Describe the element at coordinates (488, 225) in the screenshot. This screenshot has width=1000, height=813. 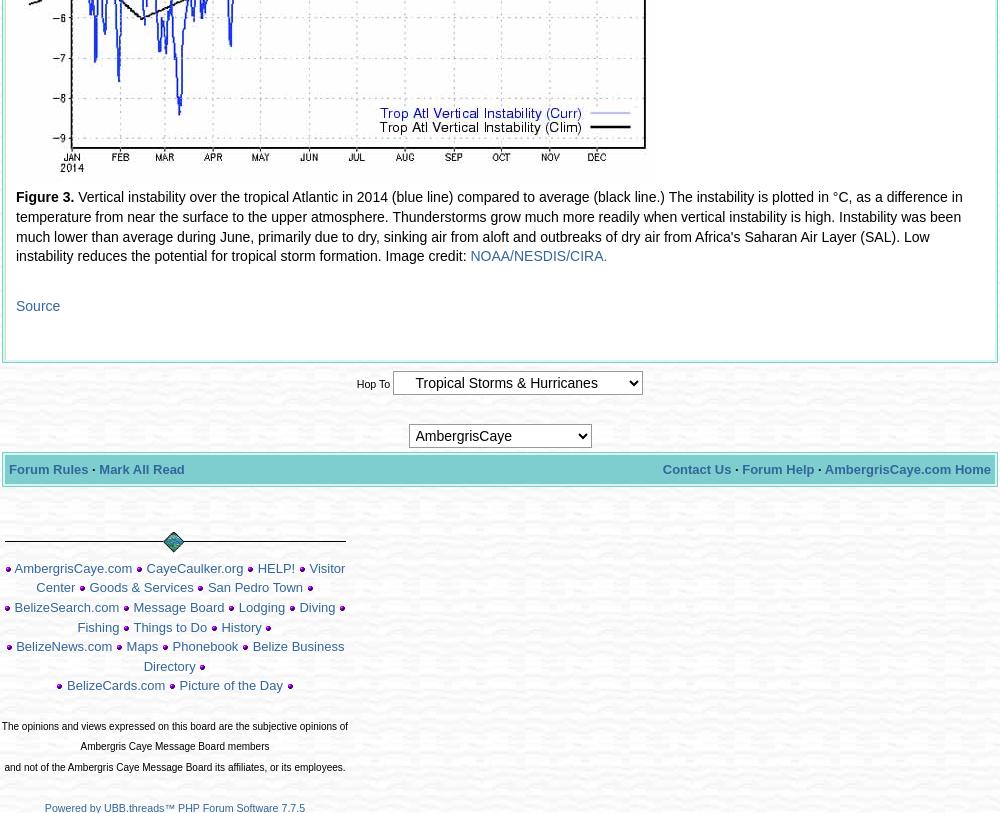
I see `'Vertical instability over the tropical Atlantic in 2014 (blue line) compared to average (black line.) The instability is plotted in °C, as a difference in temperature from near the surface to the upper atmosphere. Thunderstorms grow much more readily when vertical instability is high. Instability was been much lower than average during June, primarily due to dry, sinking air from aloft and outbreaks of dry air from Africa's Saharan Air Layer (SAL). Low instability reduces the potential for tropical storm formation. Image credit:'` at that location.